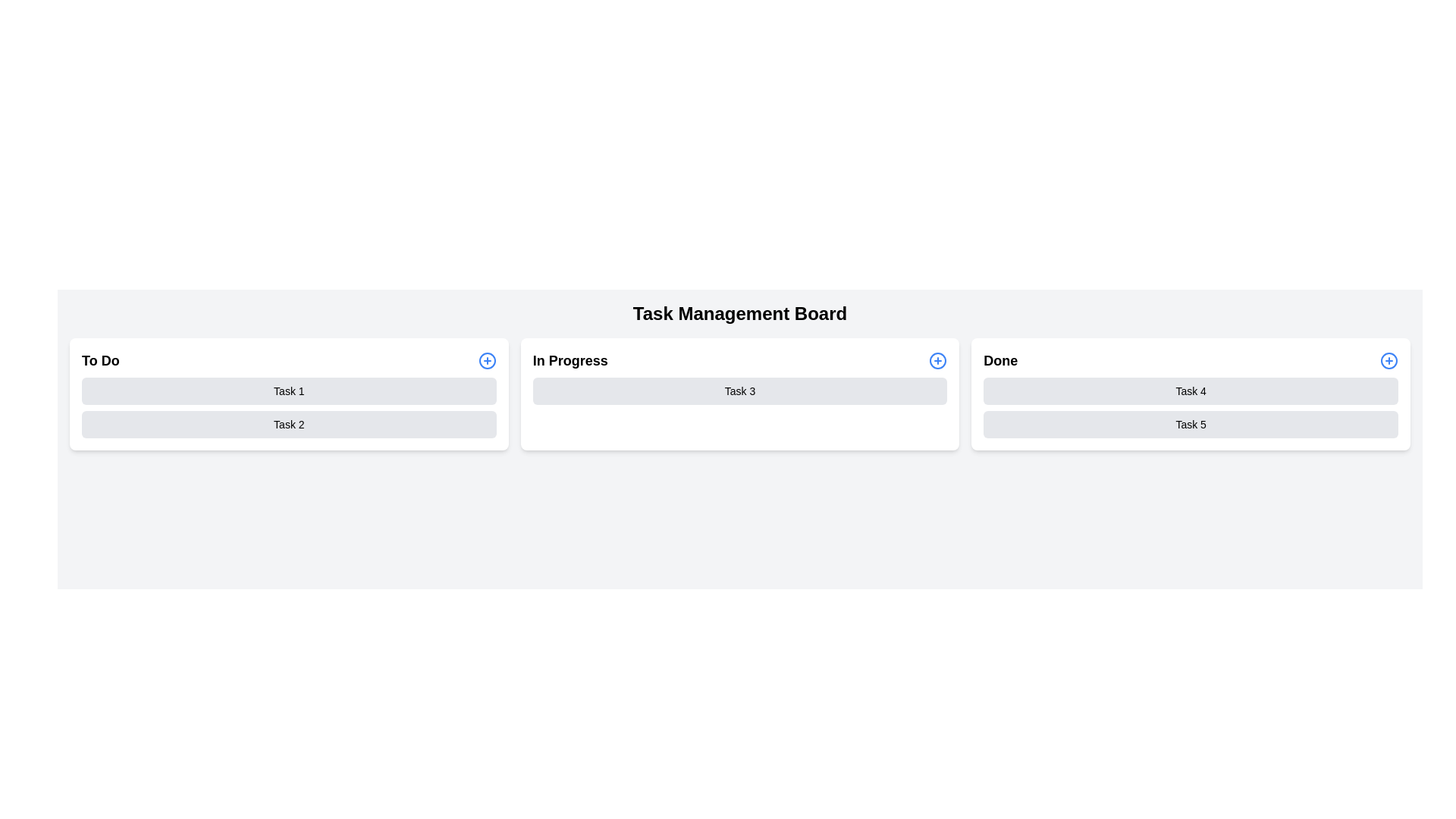 The image size is (1456, 819). Describe the element at coordinates (1389, 360) in the screenshot. I see `the circular icon with a blue outline, which is part of the 'Add Task' button in the 'Done' column of the task management board interface` at that location.